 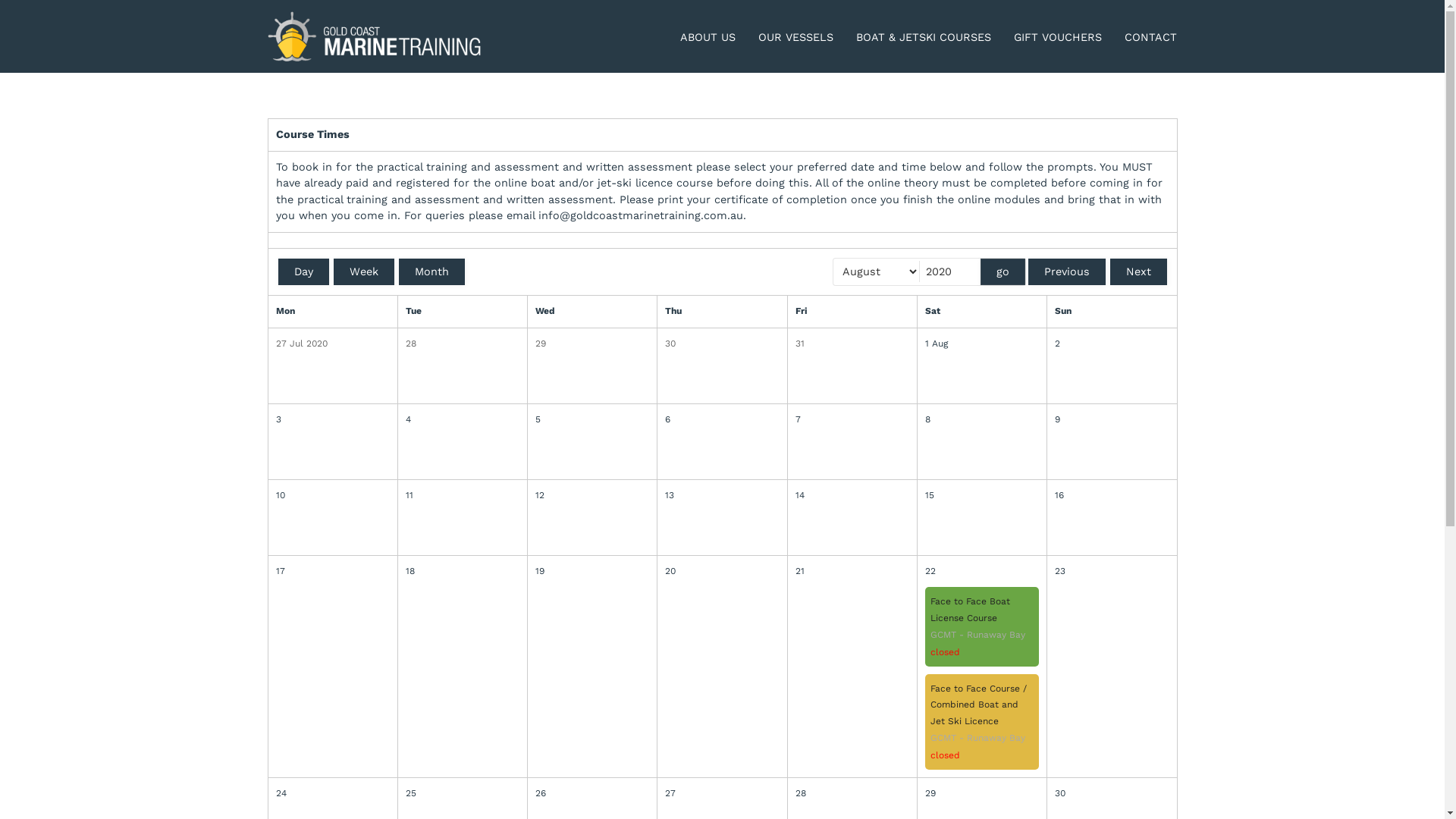 I want to click on 'CONTACT', so click(x=1150, y=37).